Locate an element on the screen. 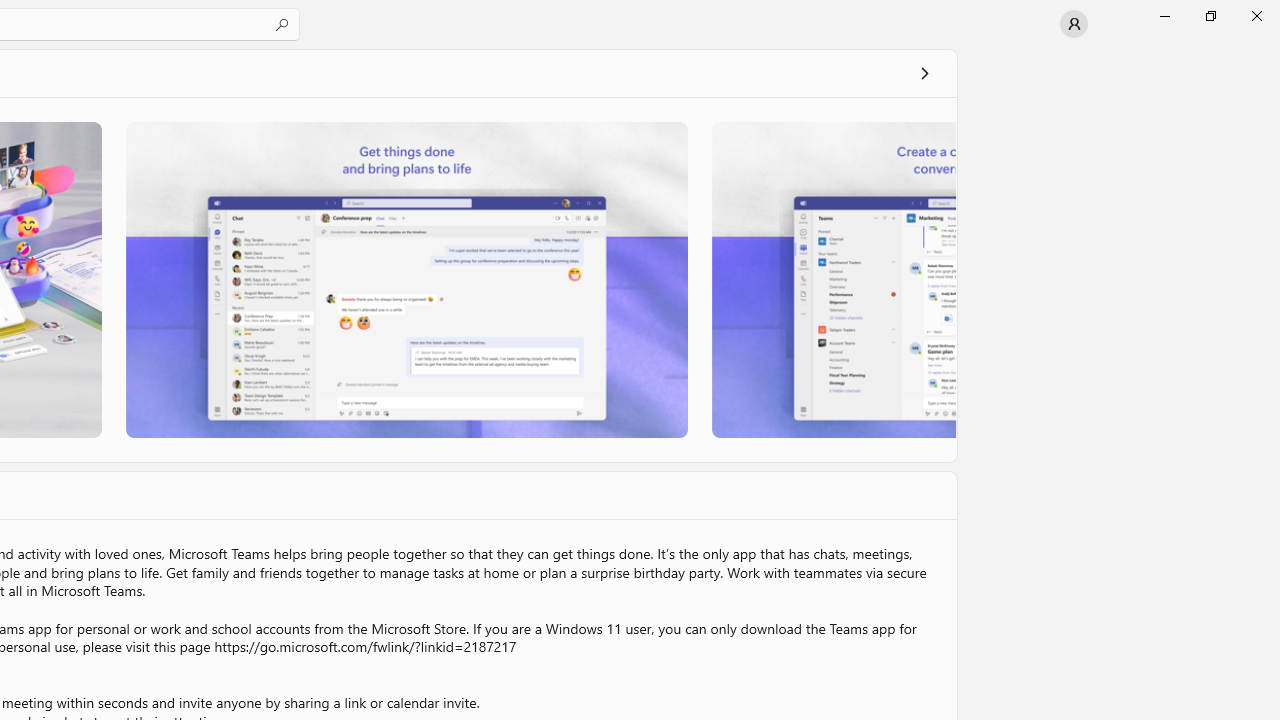 The height and width of the screenshot is (720, 1280). 'Close Microsoft Store' is located at coordinates (1255, 15).